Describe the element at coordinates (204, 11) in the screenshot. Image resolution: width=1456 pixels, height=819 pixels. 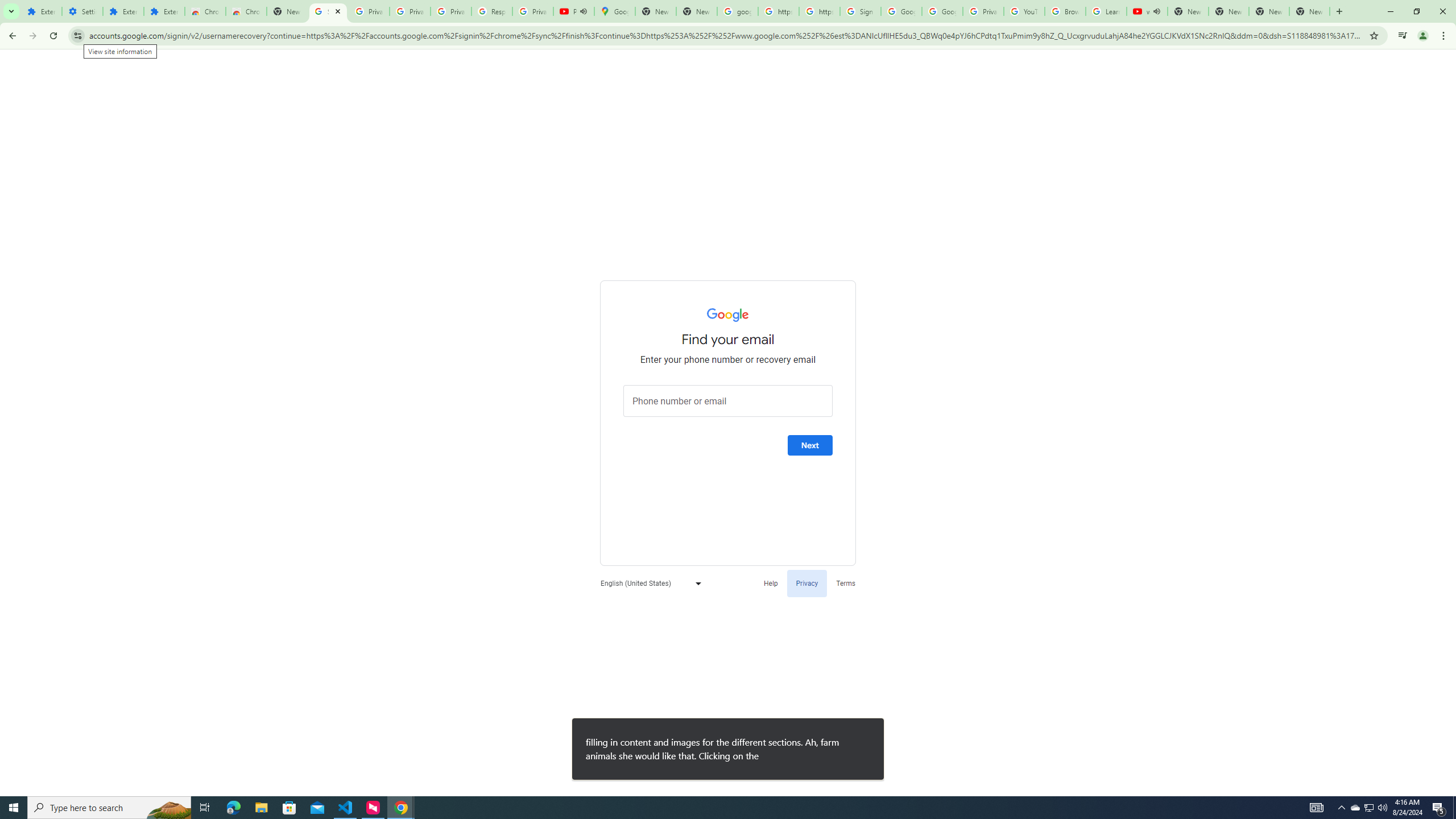
I see `'Chrome Web Store'` at that location.